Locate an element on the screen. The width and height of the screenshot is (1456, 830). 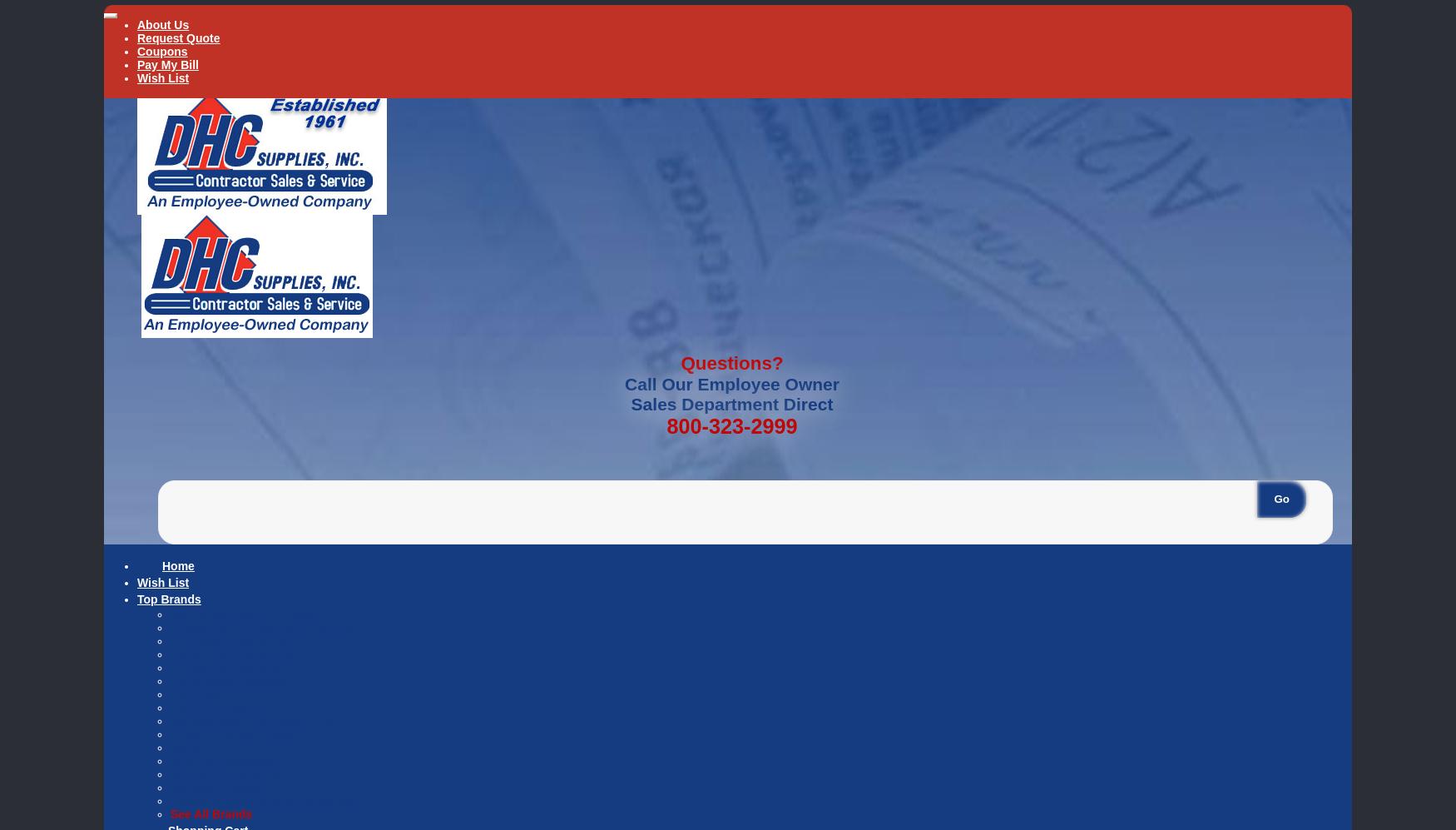
'Marshalltown Concrete Tools' is located at coordinates (250, 719).